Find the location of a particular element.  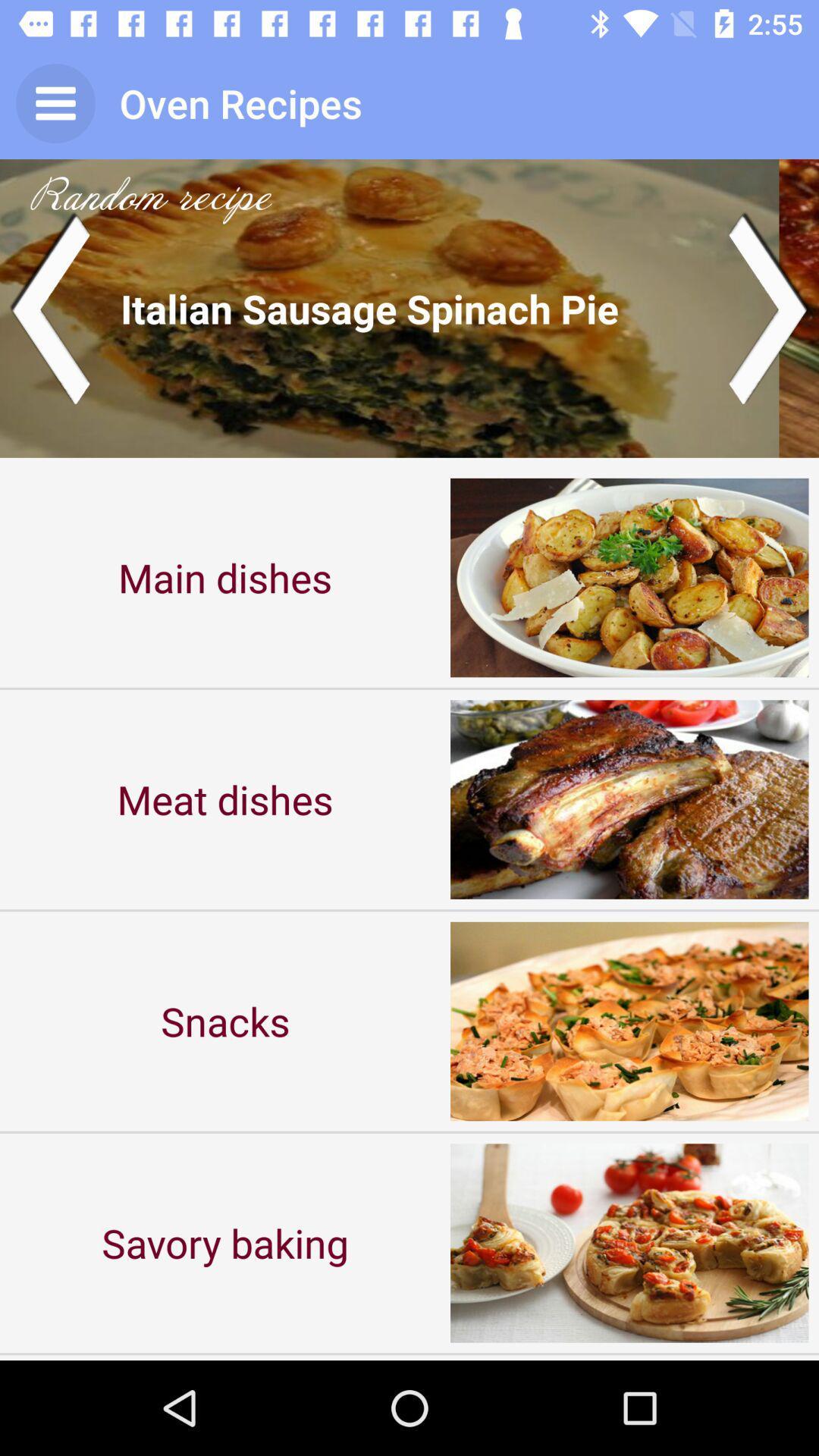

the item below the snacks is located at coordinates (225, 1243).